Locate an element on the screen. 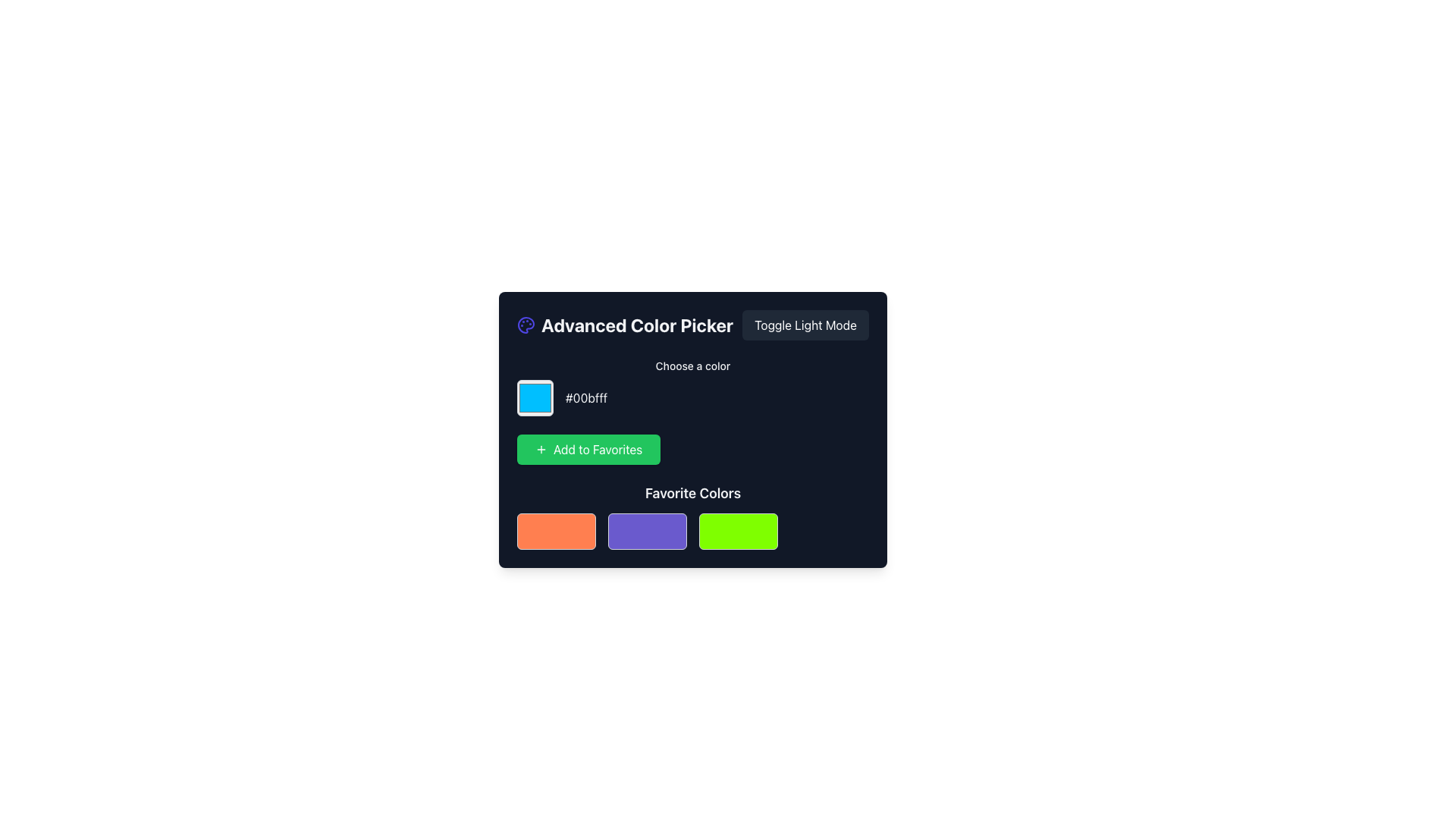 The height and width of the screenshot is (819, 1456). the text heading labeled 'Favorite Colors', which is bold and prominently displayed at the top of the section containing color grid elements is located at coordinates (692, 494).